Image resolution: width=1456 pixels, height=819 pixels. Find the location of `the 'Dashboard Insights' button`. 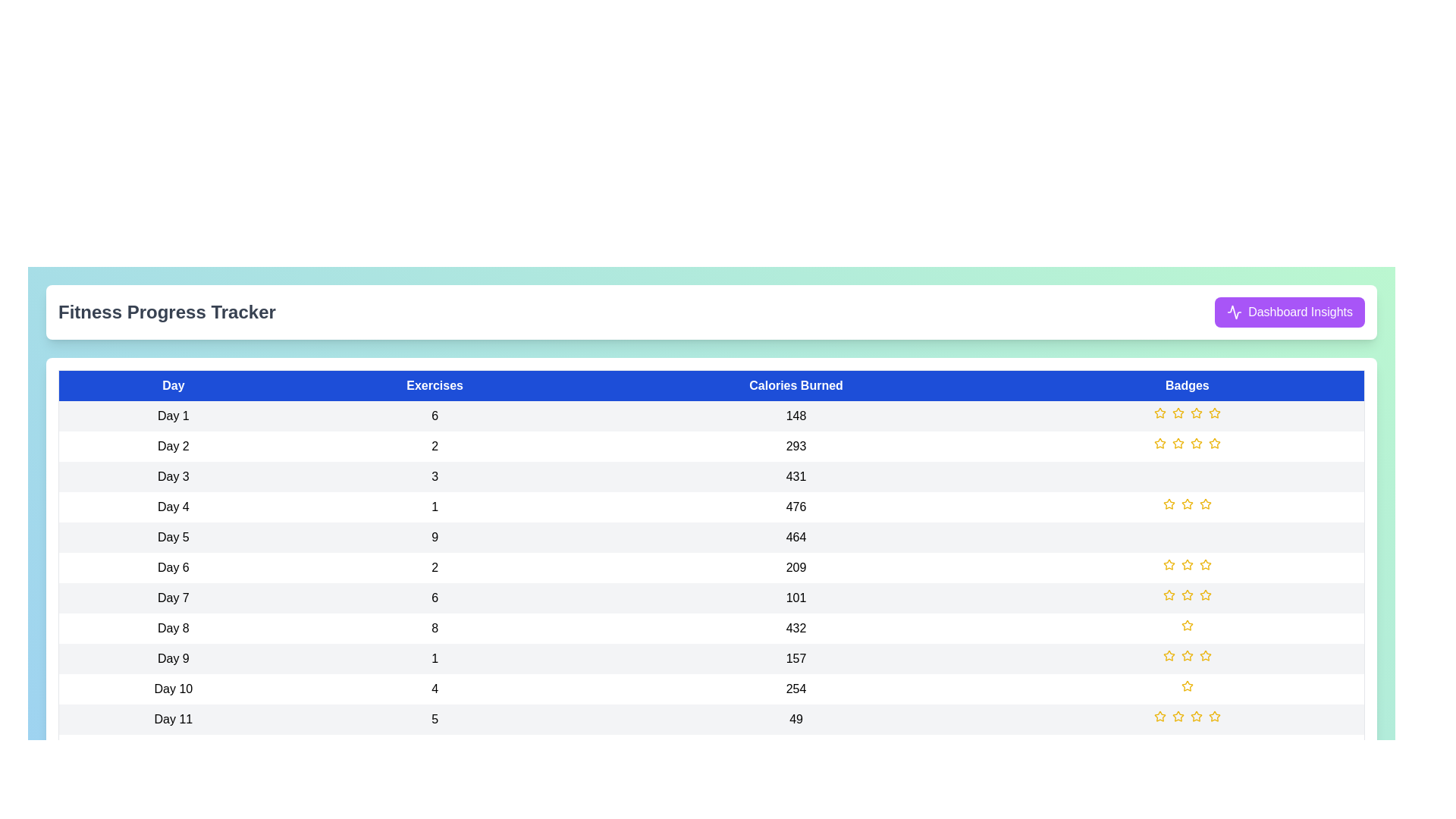

the 'Dashboard Insights' button is located at coordinates (1288, 312).